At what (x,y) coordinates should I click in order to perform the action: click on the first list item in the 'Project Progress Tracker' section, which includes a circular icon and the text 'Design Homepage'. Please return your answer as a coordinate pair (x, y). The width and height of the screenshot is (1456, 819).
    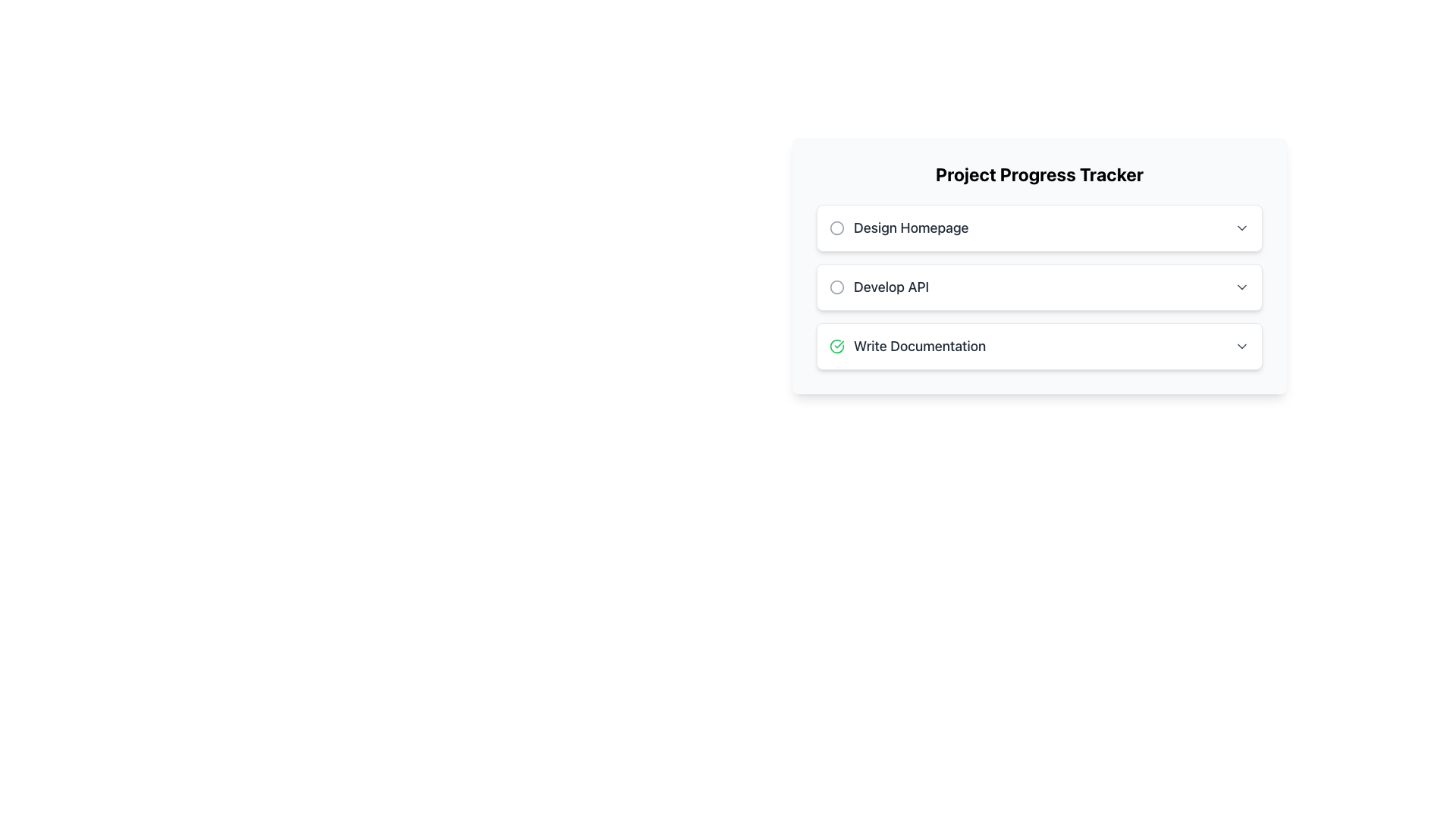
    Looking at the image, I should click on (899, 227).